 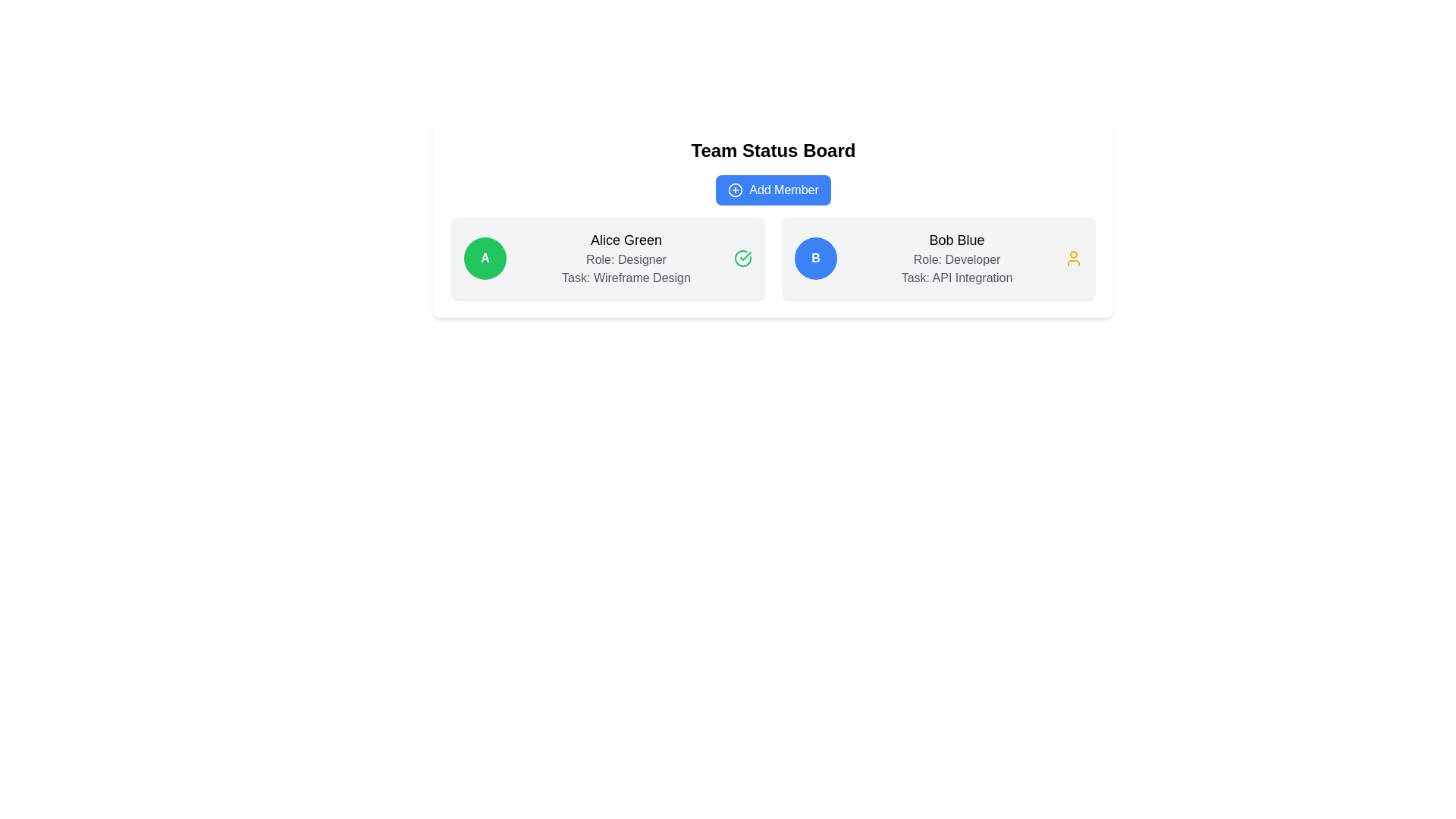 What do you see at coordinates (745, 256) in the screenshot?
I see `the small green checkmark icon located in the upper-right corner of the section labeled 'Alice Green', which is part of a circular SVG graphic` at bounding box center [745, 256].